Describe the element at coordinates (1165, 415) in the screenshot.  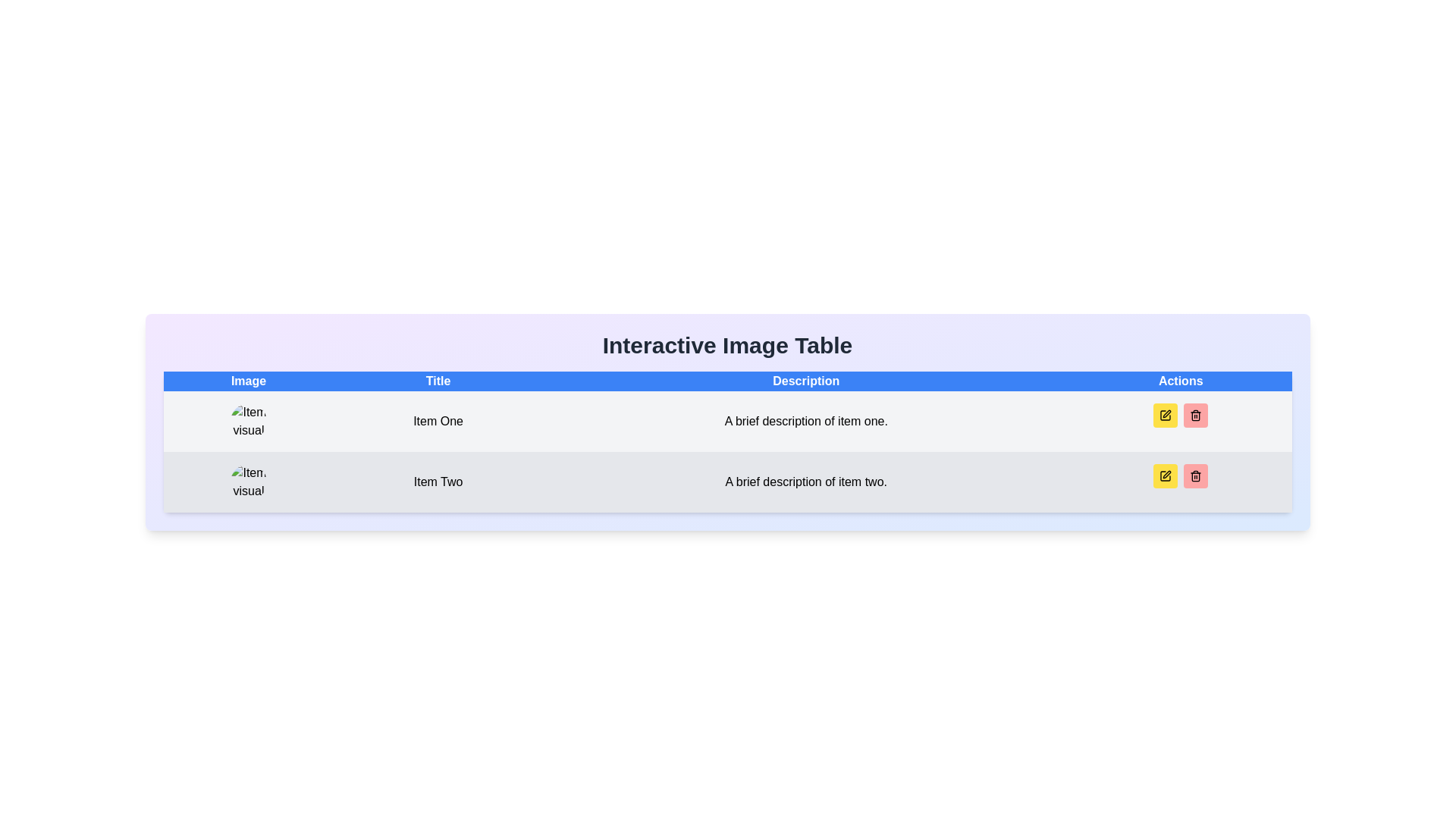
I see `the edit button in the 'Actions' column for the row corresponding to 'Item One'` at that location.